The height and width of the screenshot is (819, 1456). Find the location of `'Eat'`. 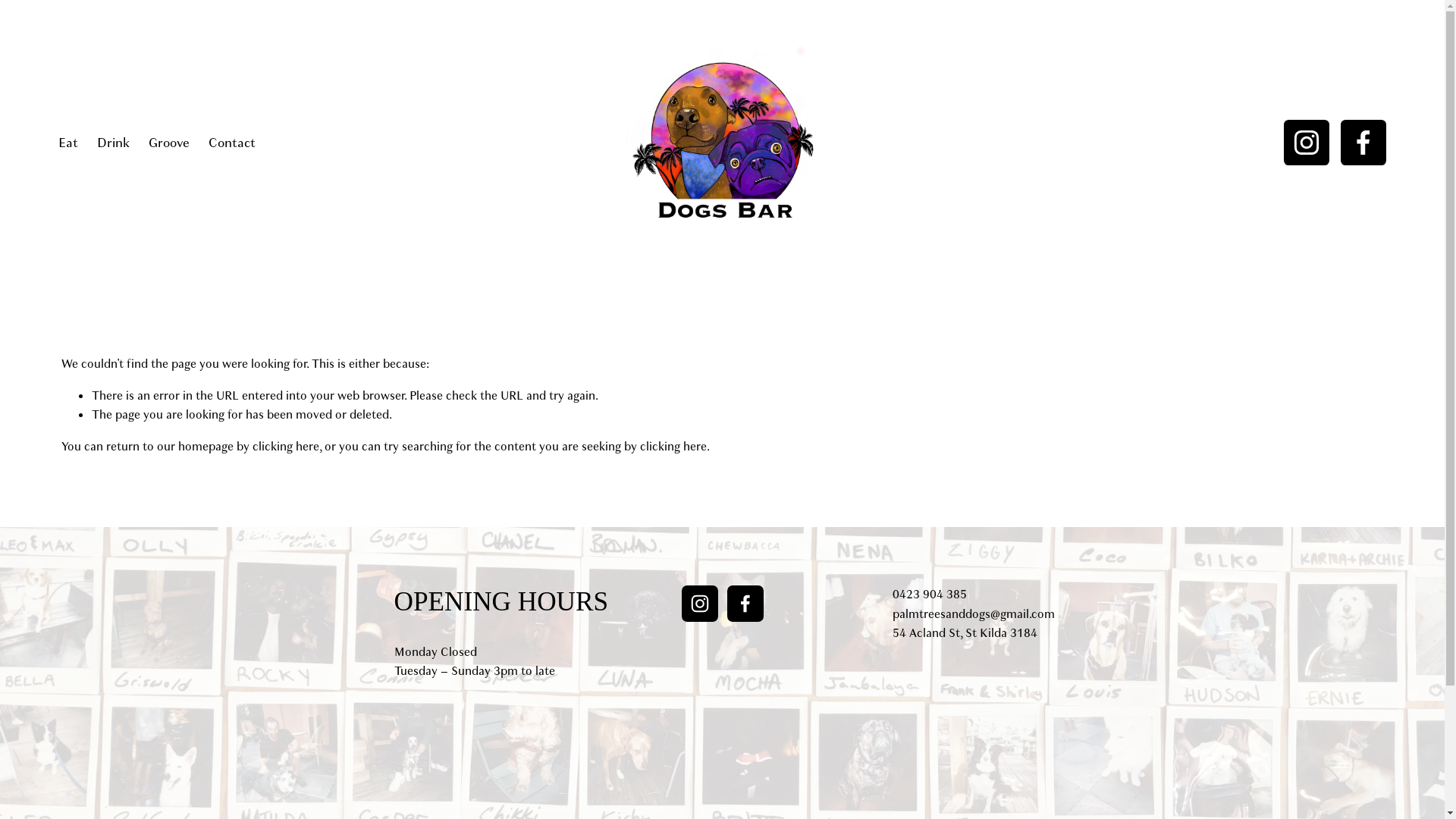

'Eat' is located at coordinates (67, 143).